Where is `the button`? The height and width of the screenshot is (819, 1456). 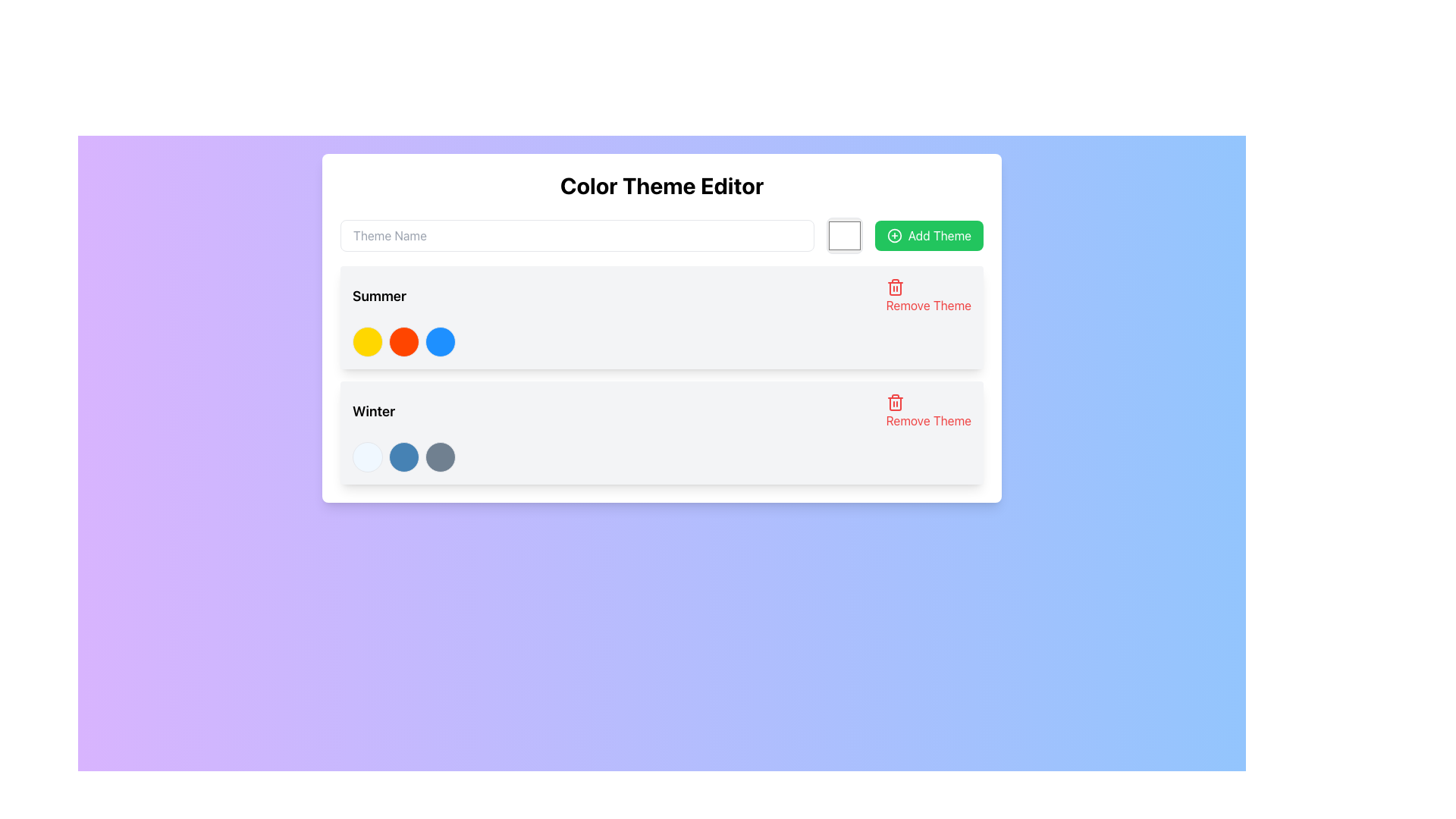
the button is located at coordinates (927, 412).